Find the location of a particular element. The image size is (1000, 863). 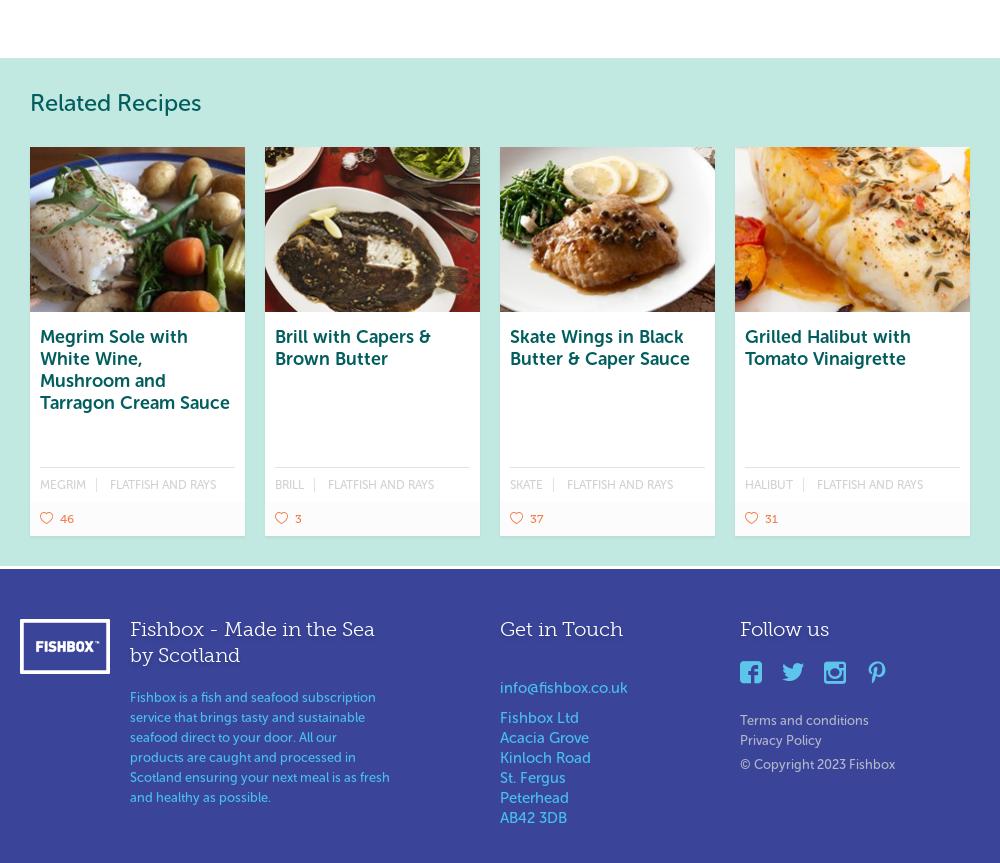

'Terms and conditions' is located at coordinates (804, 719).